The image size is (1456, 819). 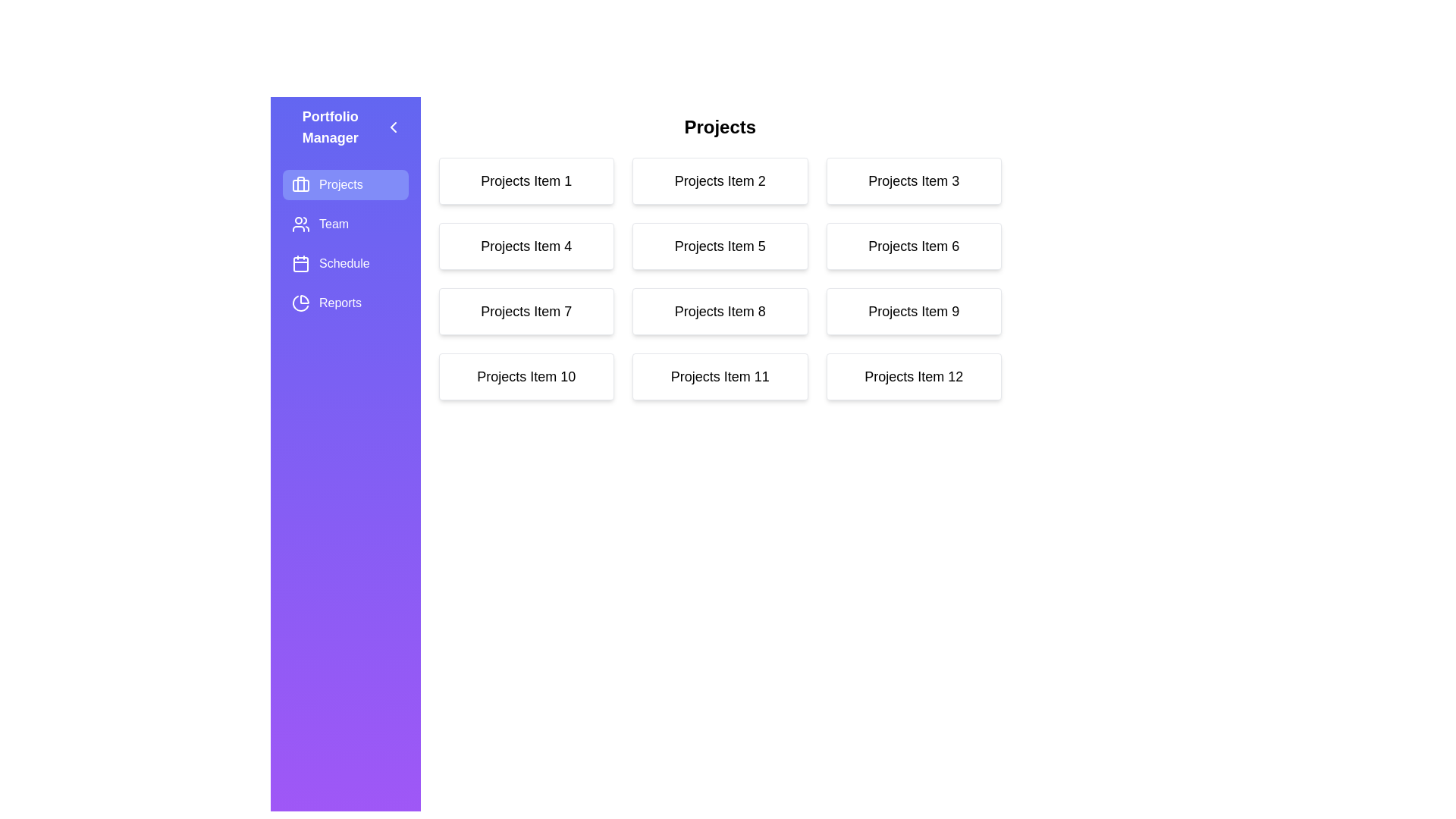 What do you see at coordinates (344, 262) in the screenshot?
I see `the element Schedule to observe its visual feedback` at bounding box center [344, 262].